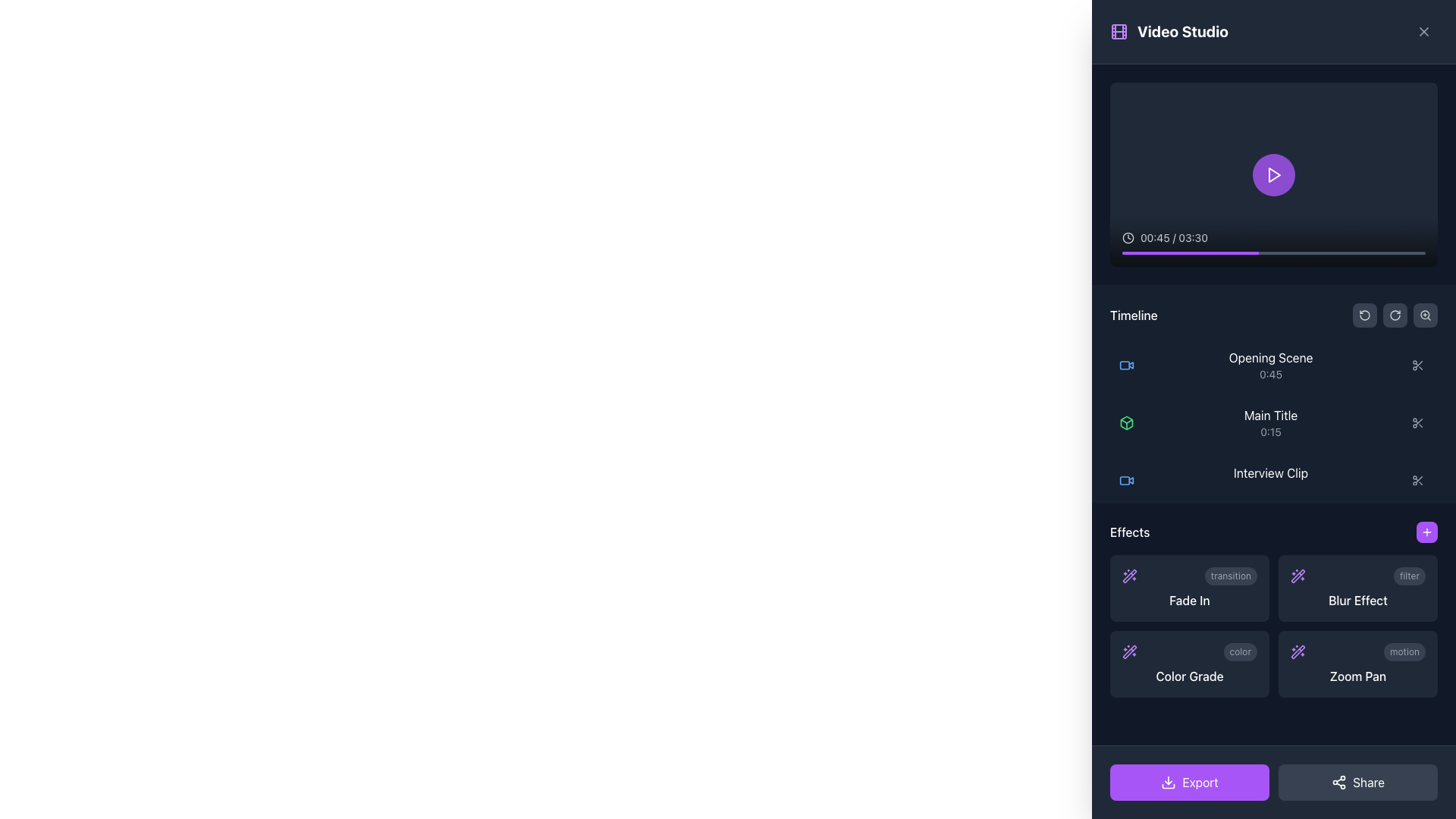 Image resolution: width=1456 pixels, height=819 pixels. I want to click on the purple film strip icon located to the left of the 'Video Studio' text, so click(1119, 32).